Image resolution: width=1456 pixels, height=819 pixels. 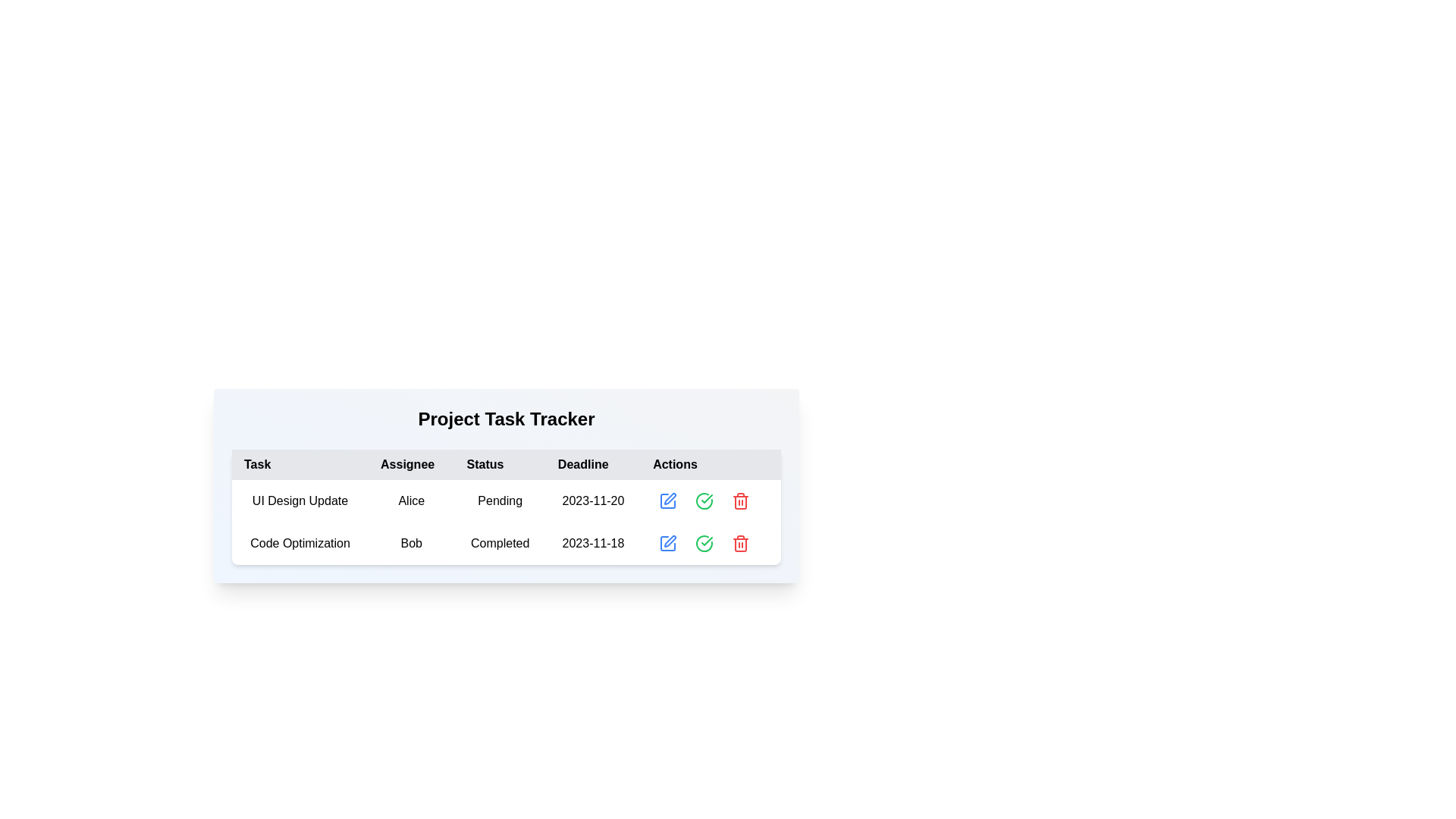 I want to click on the green checkmark icon indicating task completion for 'Code Optimization' located in the 'Actions' column of the second row in the table, so click(x=706, y=540).